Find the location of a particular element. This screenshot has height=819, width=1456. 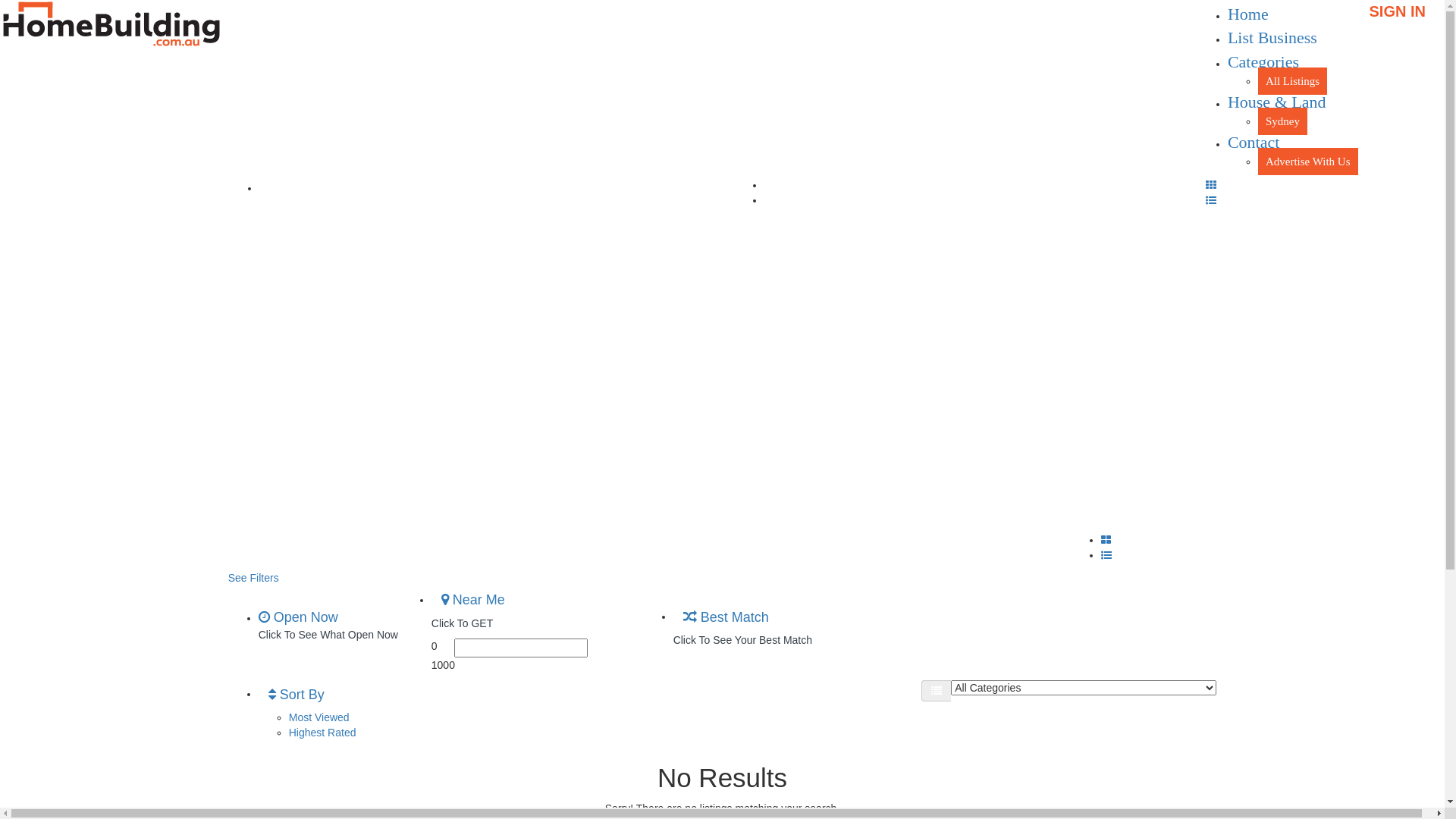

'Sydney' is located at coordinates (1258, 120).